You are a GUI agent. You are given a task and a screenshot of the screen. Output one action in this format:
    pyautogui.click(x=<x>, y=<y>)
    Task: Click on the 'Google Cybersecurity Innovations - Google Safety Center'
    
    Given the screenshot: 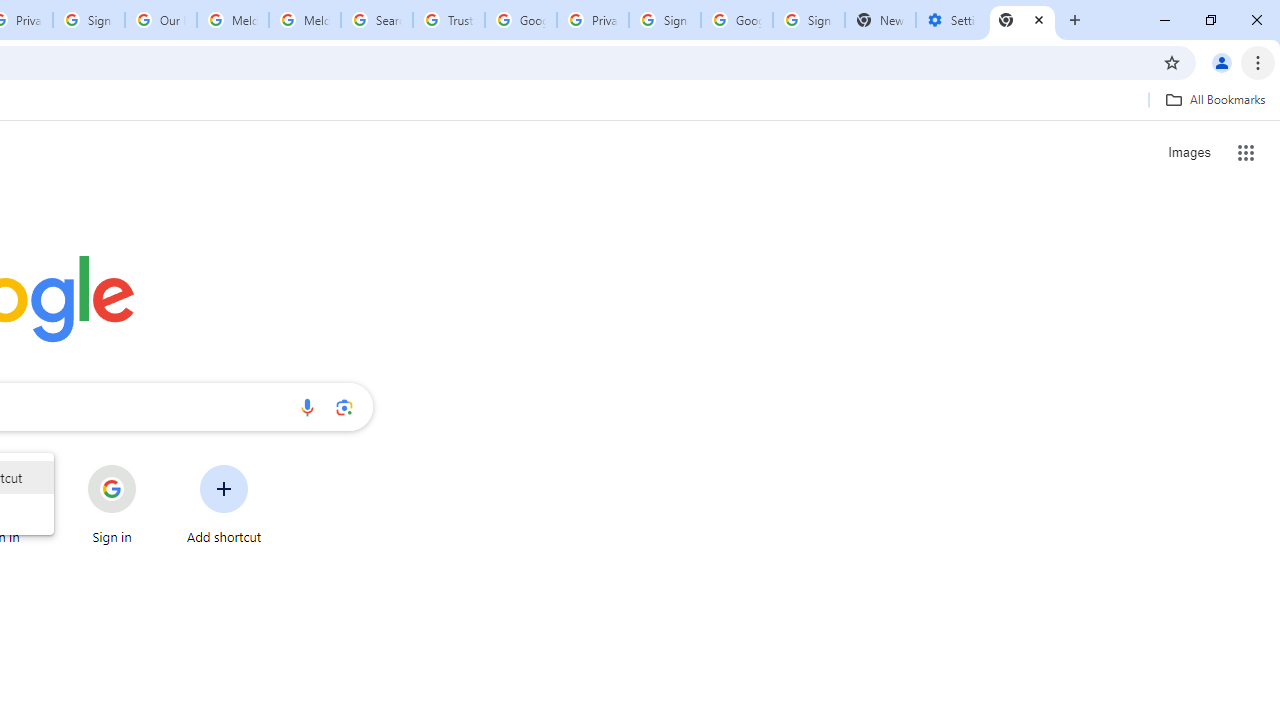 What is the action you would take?
    pyautogui.click(x=736, y=20)
    